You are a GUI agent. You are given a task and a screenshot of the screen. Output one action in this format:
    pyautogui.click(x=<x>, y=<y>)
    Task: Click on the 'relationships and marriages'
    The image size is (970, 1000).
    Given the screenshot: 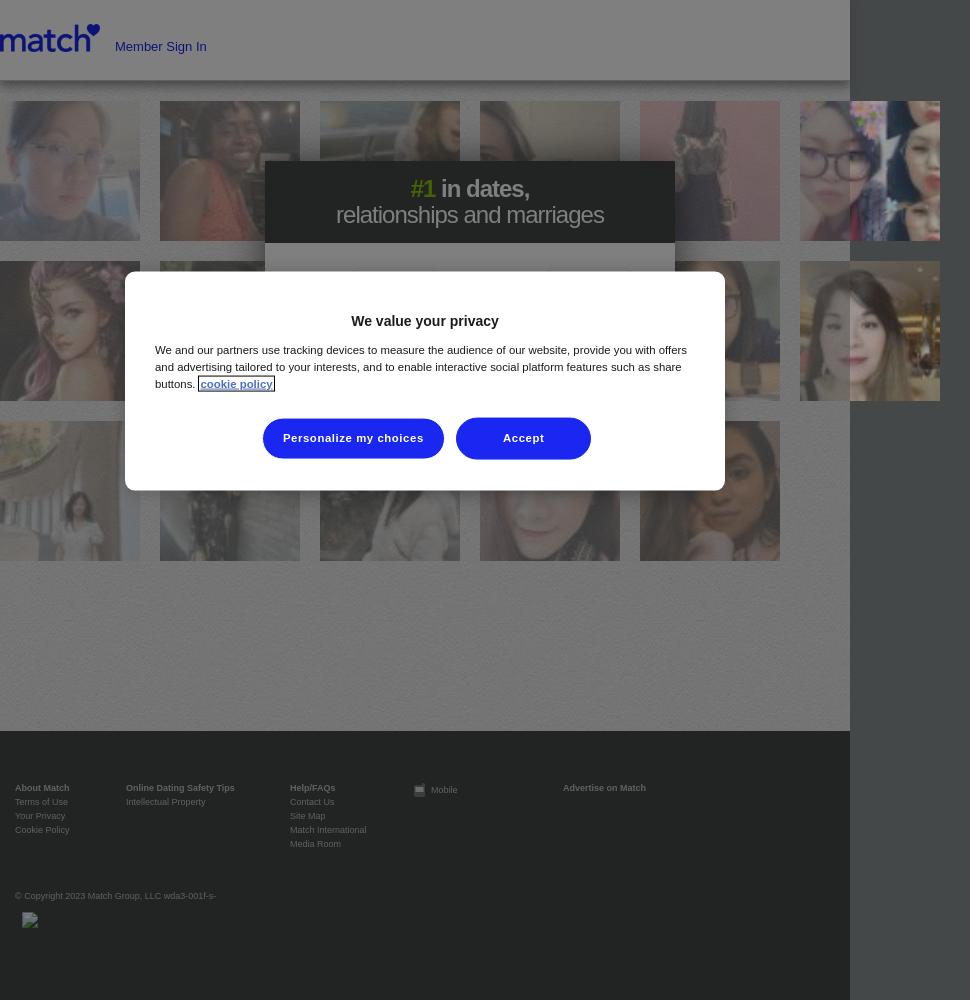 What is the action you would take?
    pyautogui.click(x=468, y=213)
    